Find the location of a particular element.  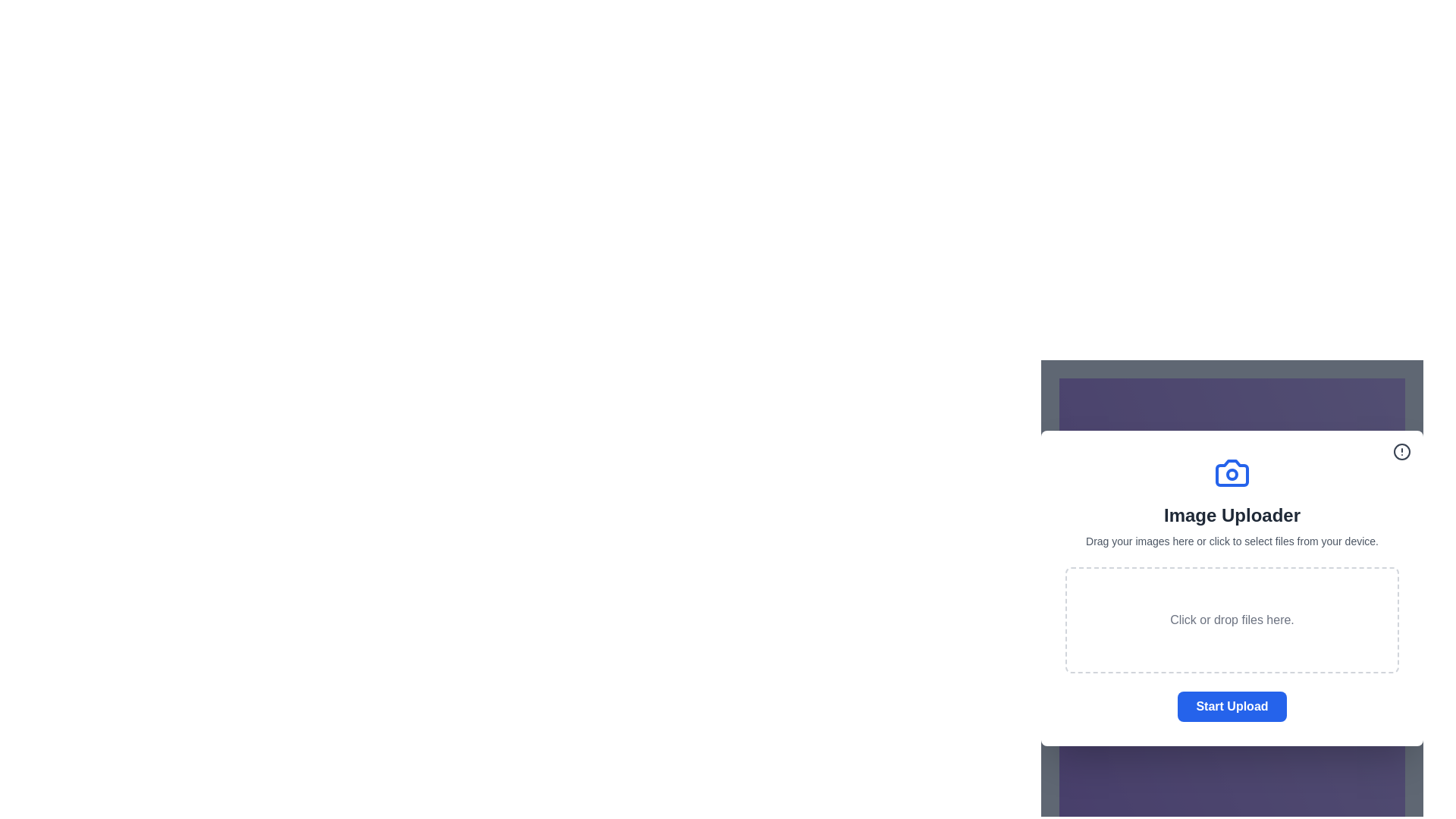

the close icon button located at the top-right corner of the 'Image Uploader' modal is located at coordinates (1401, 451).